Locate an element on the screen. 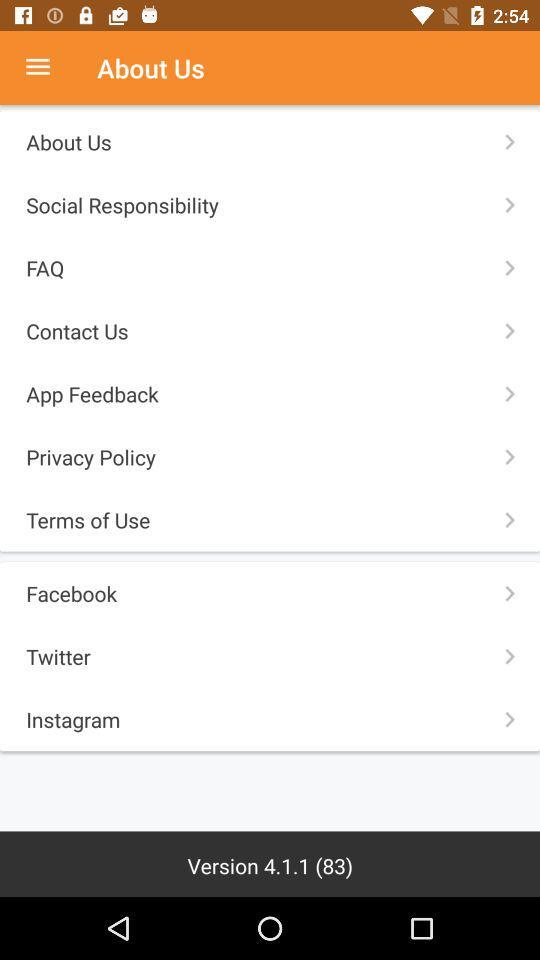  the icon to the left of about us is located at coordinates (48, 68).